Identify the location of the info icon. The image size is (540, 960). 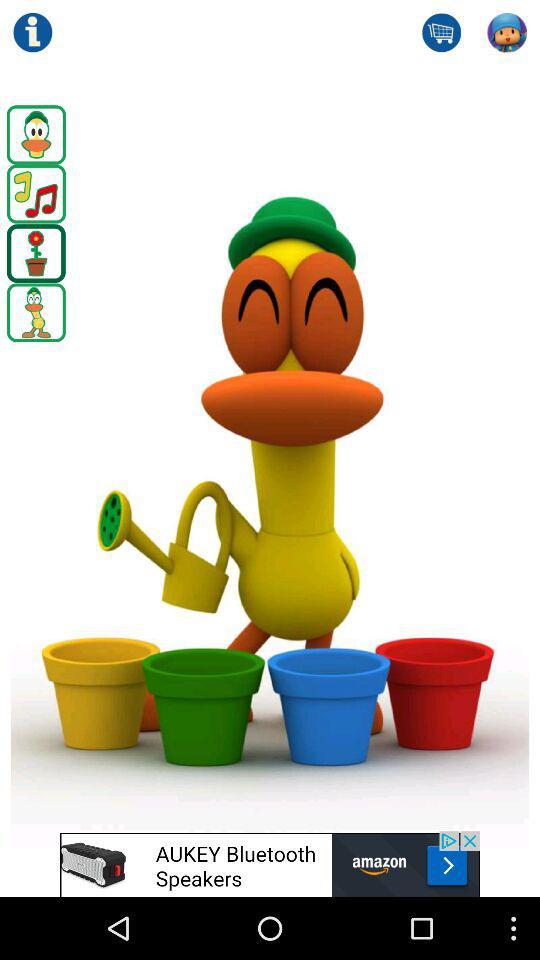
(31, 34).